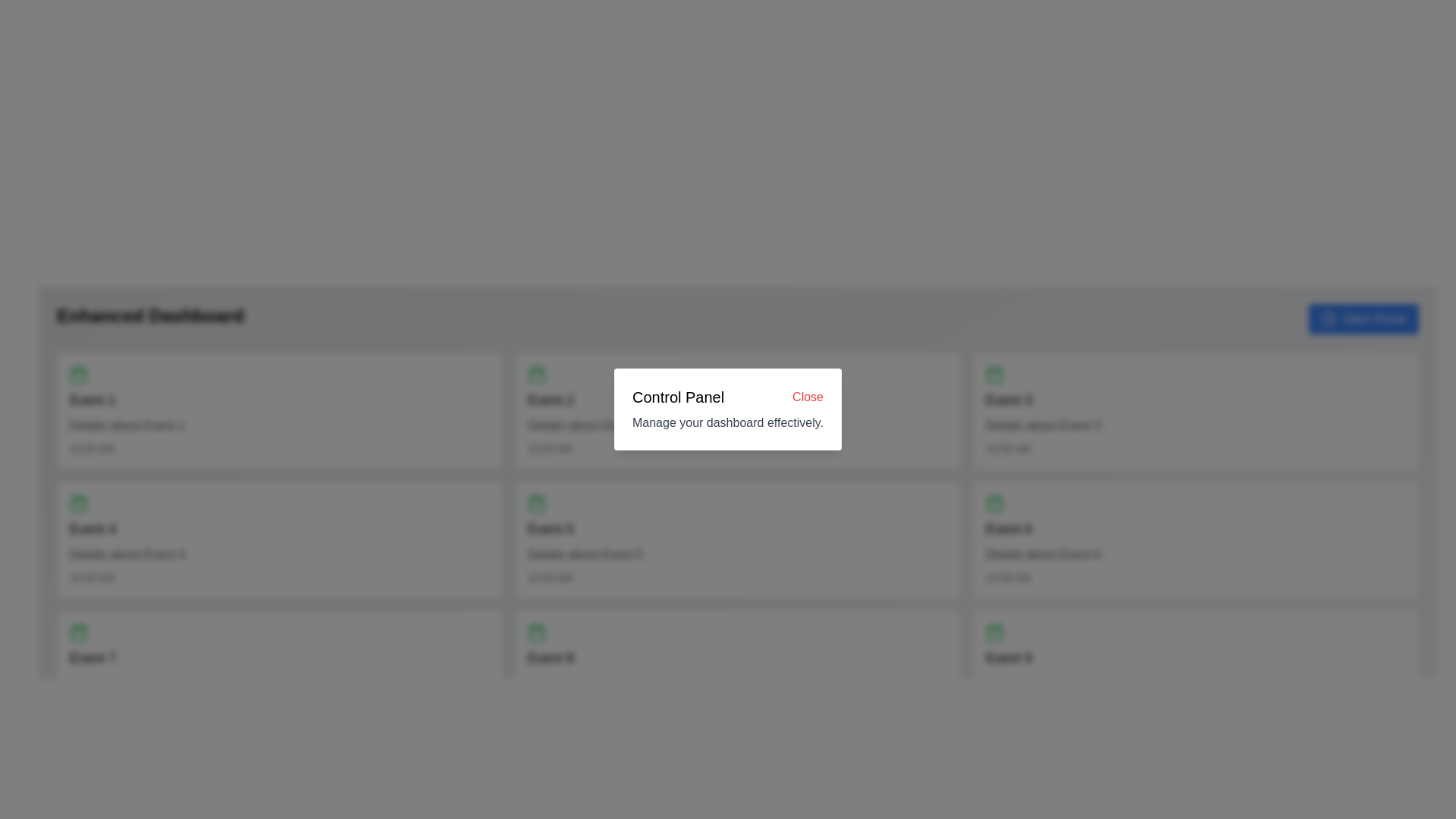  What do you see at coordinates (994, 503) in the screenshot?
I see `the calendar icon representing date-related functionality for the 'Event 6' card, which is located at the top-left corner of the card` at bounding box center [994, 503].